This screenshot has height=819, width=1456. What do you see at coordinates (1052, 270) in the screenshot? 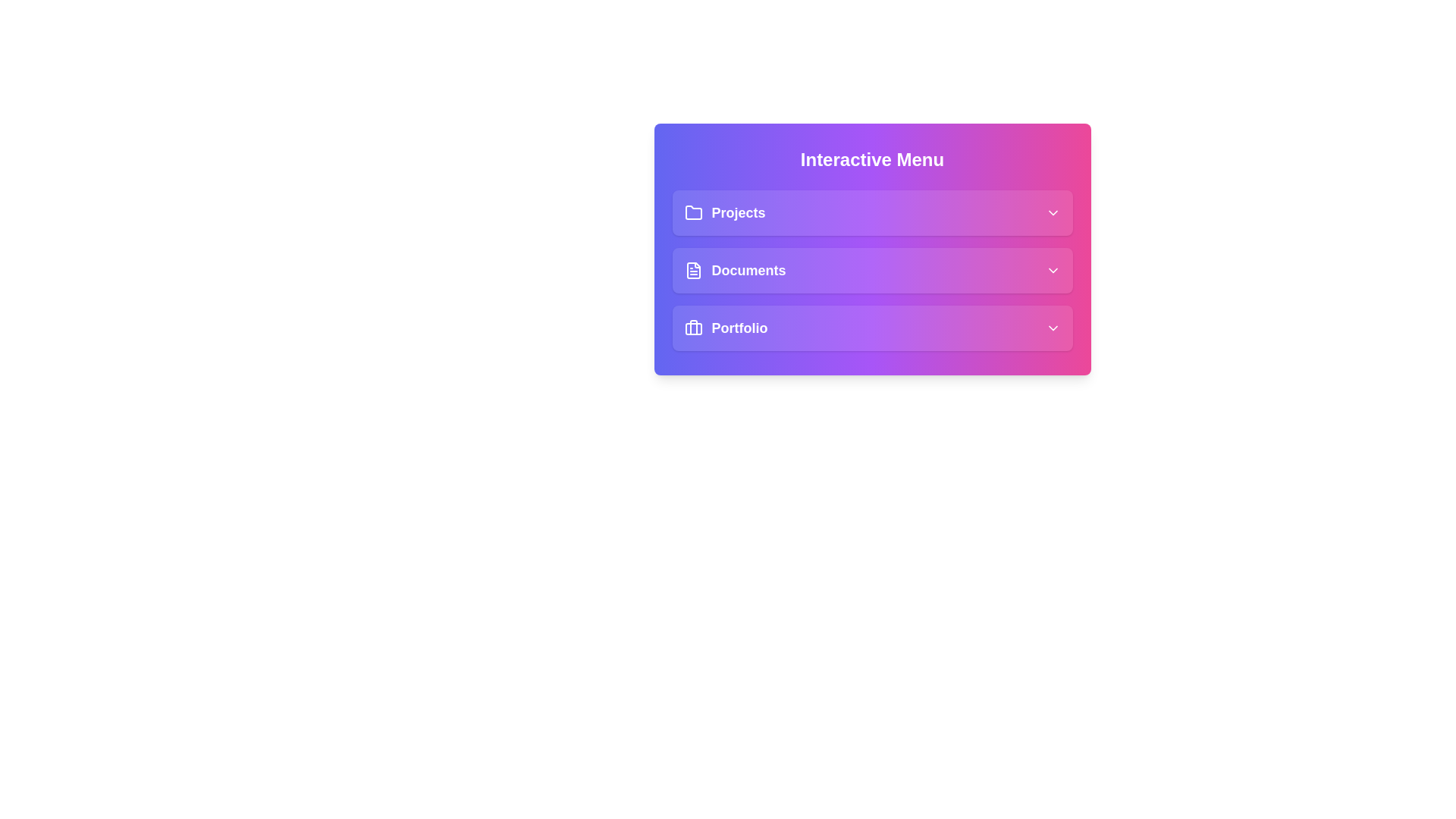
I see `the downward-pointing chevron icon in the 'Documents' row` at bounding box center [1052, 270].